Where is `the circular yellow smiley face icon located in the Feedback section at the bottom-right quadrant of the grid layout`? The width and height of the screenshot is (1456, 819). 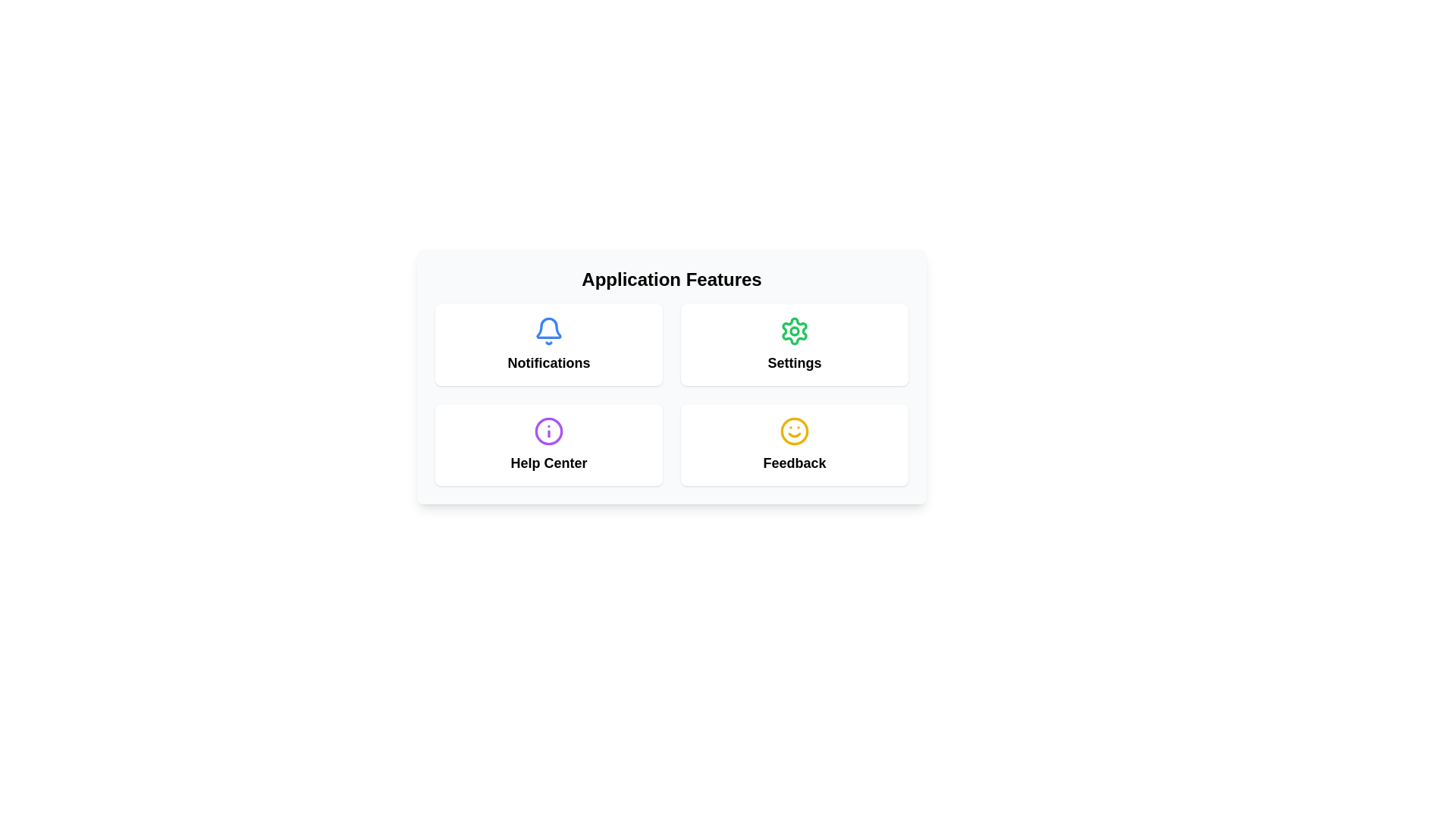
the circular yellow smiley face icon located in the Feedback section at the bottom-right quadrant of the grid layout is located at coordinates (793, 431).